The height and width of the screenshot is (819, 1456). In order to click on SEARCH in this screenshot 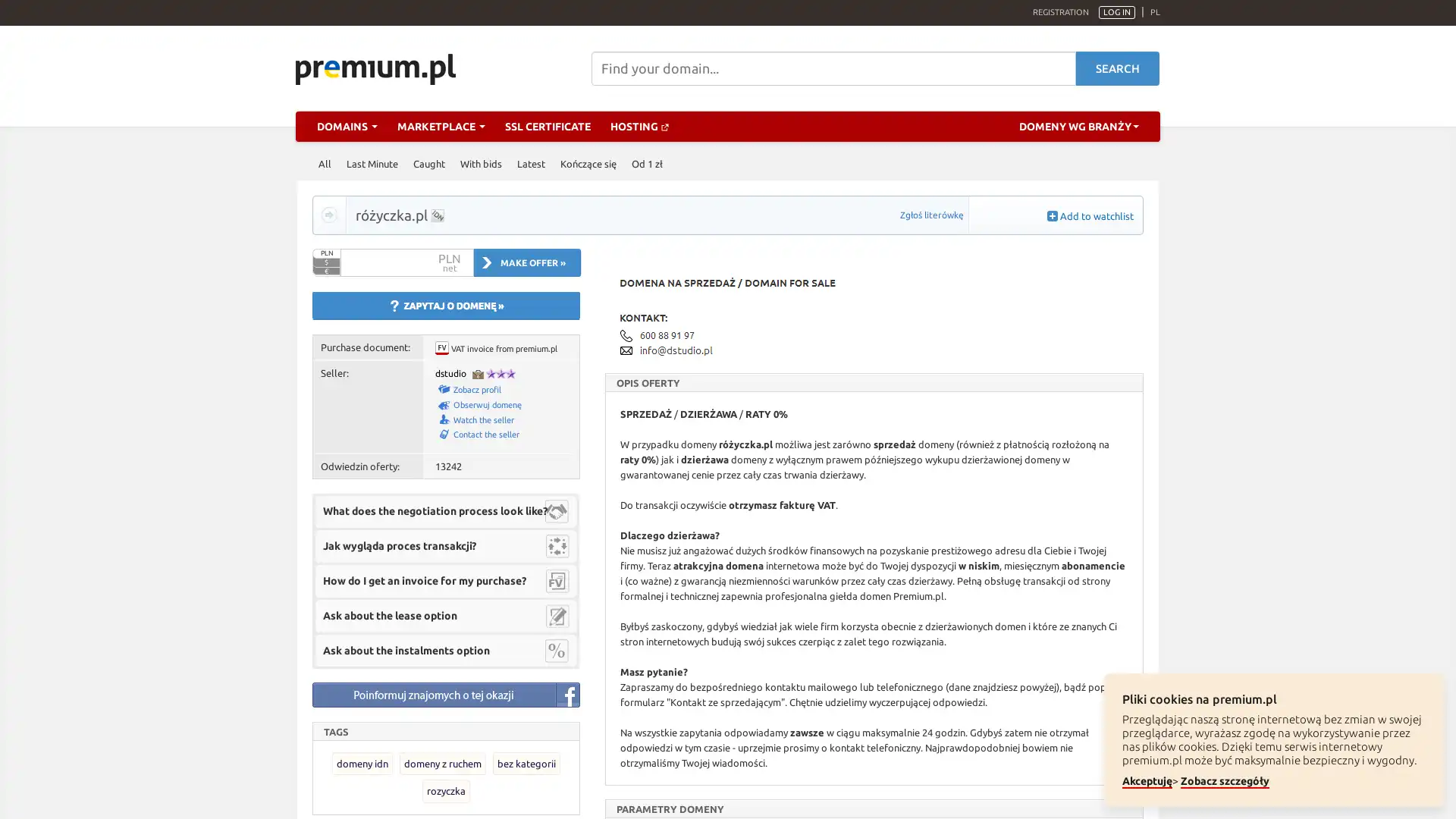, I will do `click(1117, 68)`.